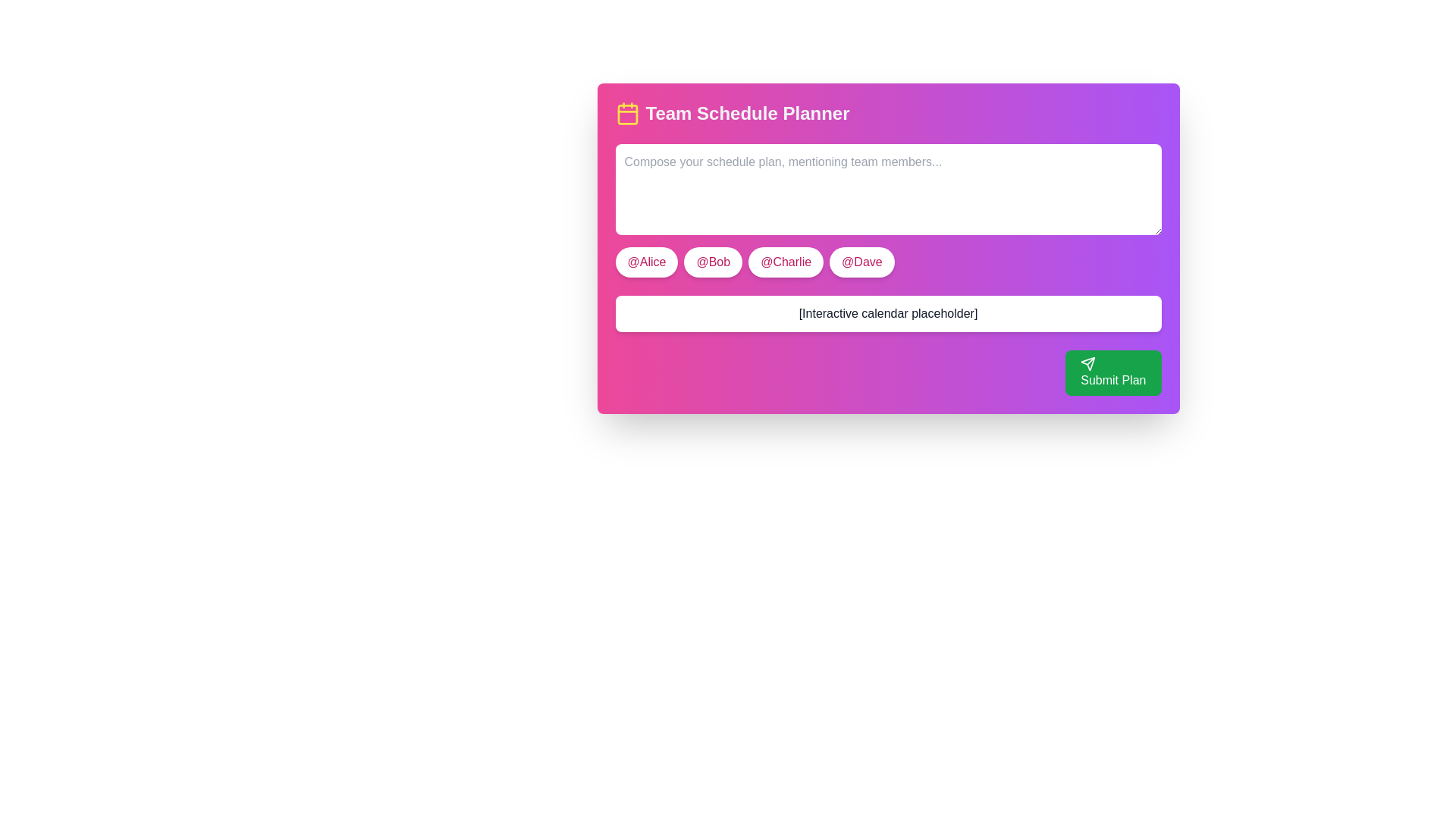  What do you see at coordinates (861, 262) in the screenshot?
I see `the fourth button in the horizontally arranged group, located to the right of '@Charlie'` at bounding box center [861, 262].